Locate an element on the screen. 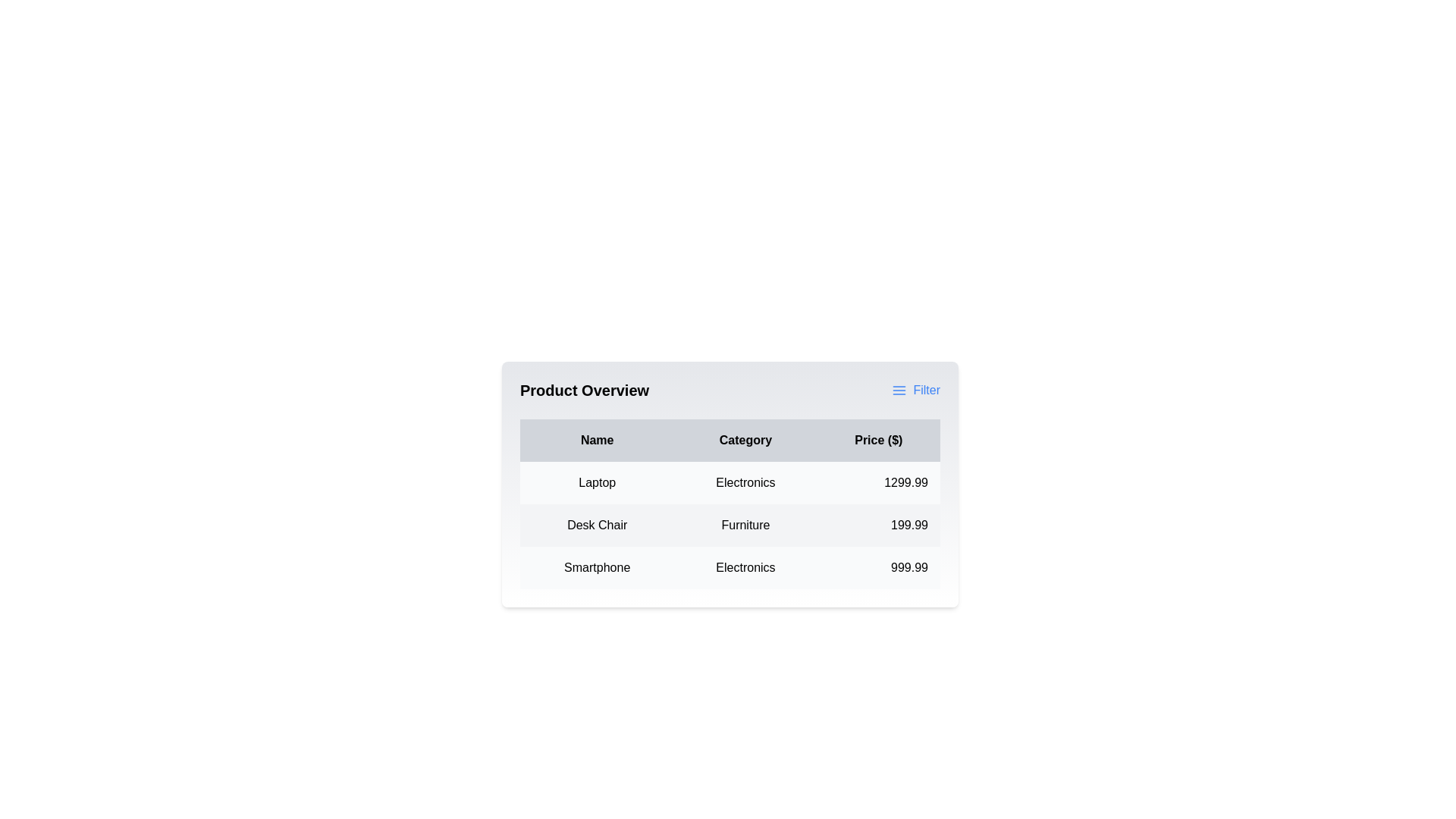  the first row of the 'Product Overview' table, which contains 'Laptop', 'Electronics', and '1299.99' is located at coordinates (730, 482).